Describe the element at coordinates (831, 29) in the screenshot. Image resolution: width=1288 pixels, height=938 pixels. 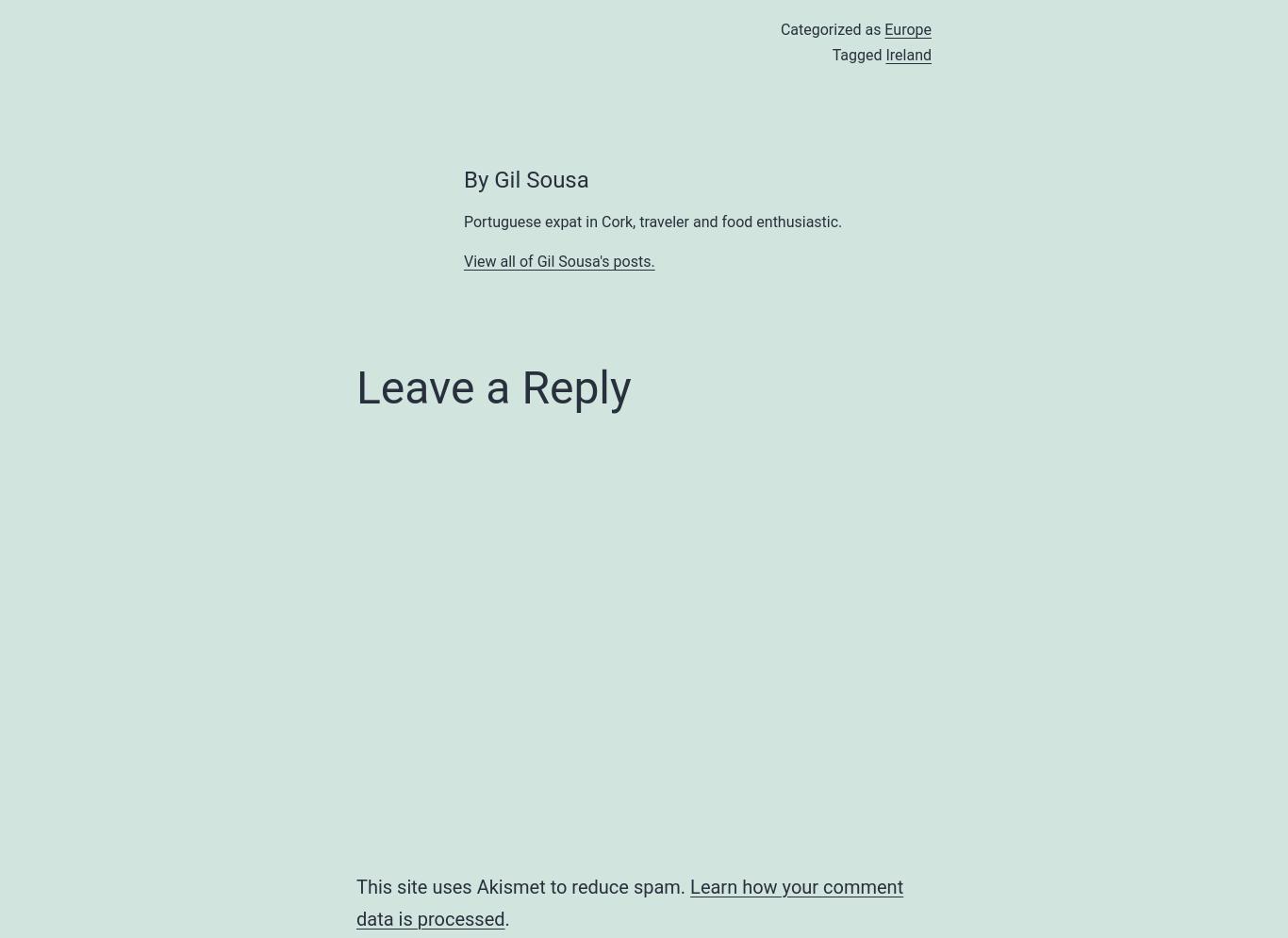
I see `'Categorized as'` at that location.